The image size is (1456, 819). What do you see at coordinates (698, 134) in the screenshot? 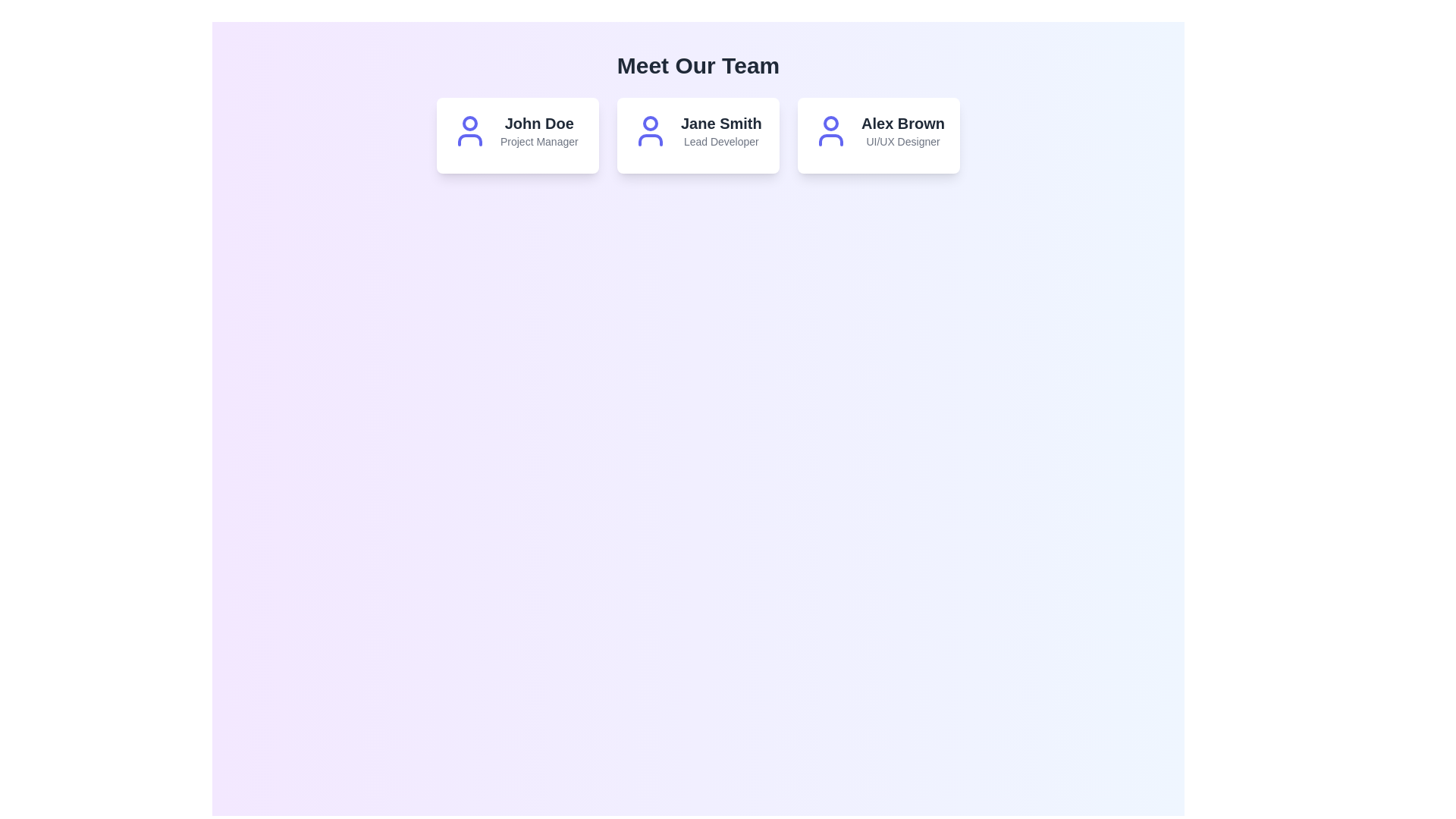
I see `the second profile card in the grid that provides the name and role of the individual, which is positioned between 'John Doe - Project Manager' and 'Alex Brown - UI/UX Designer', to potentially trigger a detailed view or link` at bounding box center [698, 134].